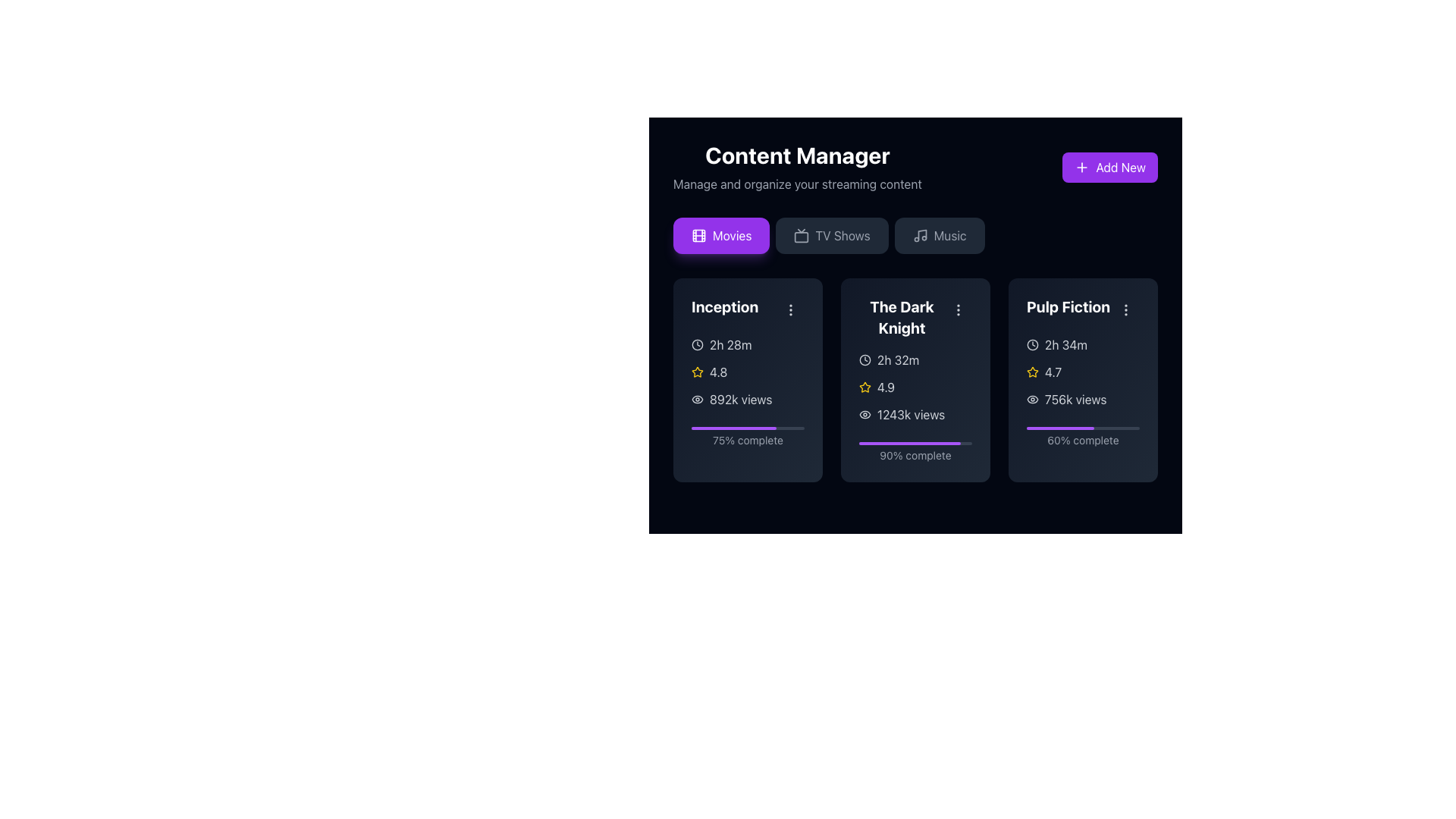 The image size is (1456, 819). What do you see at coordinates (720, 236) in the screenshot?
I see `the 'Movies' navigation button located at the top left of the primary content area` at bounding box center [720, 236].